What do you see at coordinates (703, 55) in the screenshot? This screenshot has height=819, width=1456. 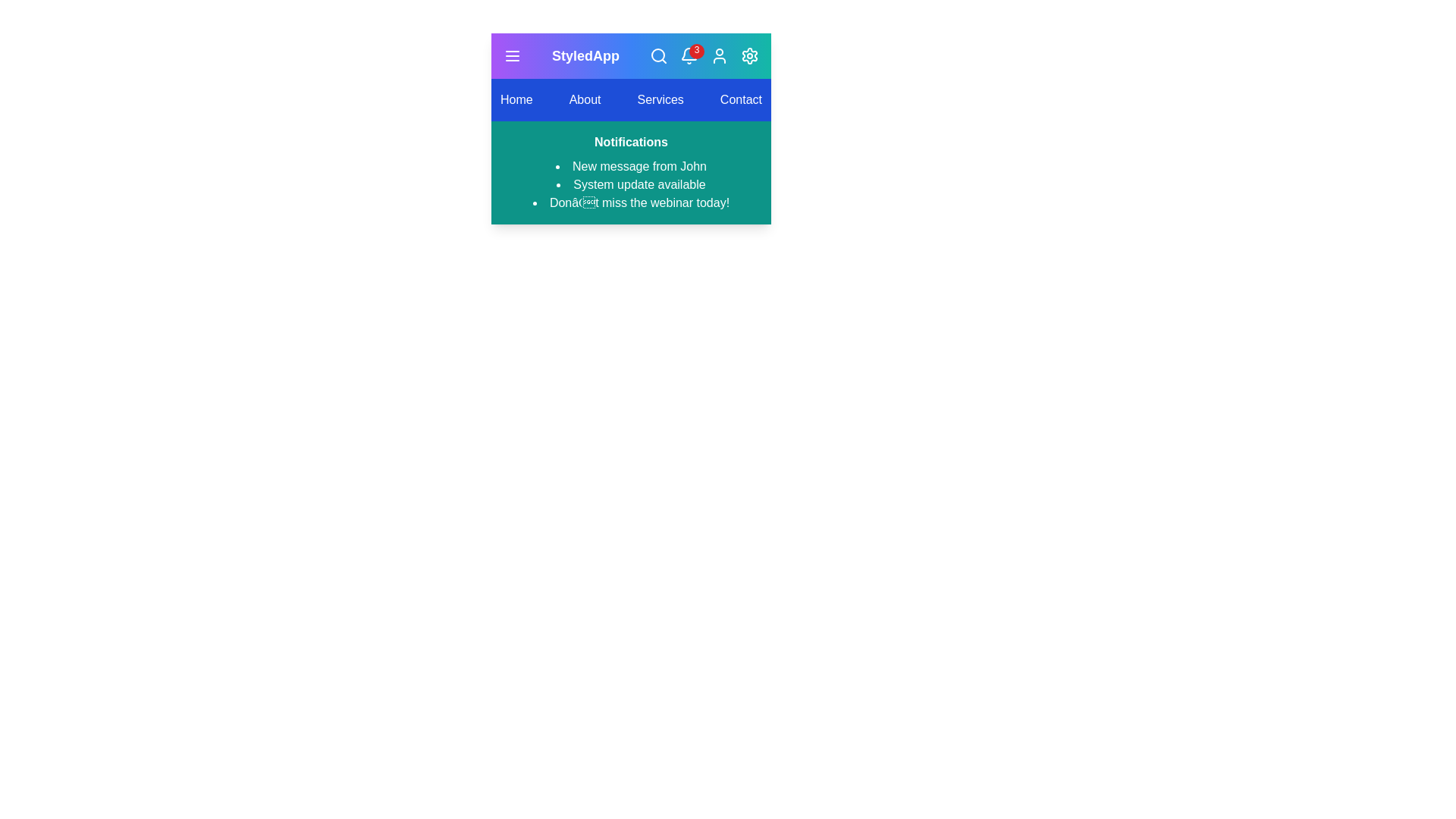 I see `the number of unread notifications displayed on the Notification Badge, which is located at the top-right corner of the notification bell icon in the top navigation bar` at bounding box center [703, 55].